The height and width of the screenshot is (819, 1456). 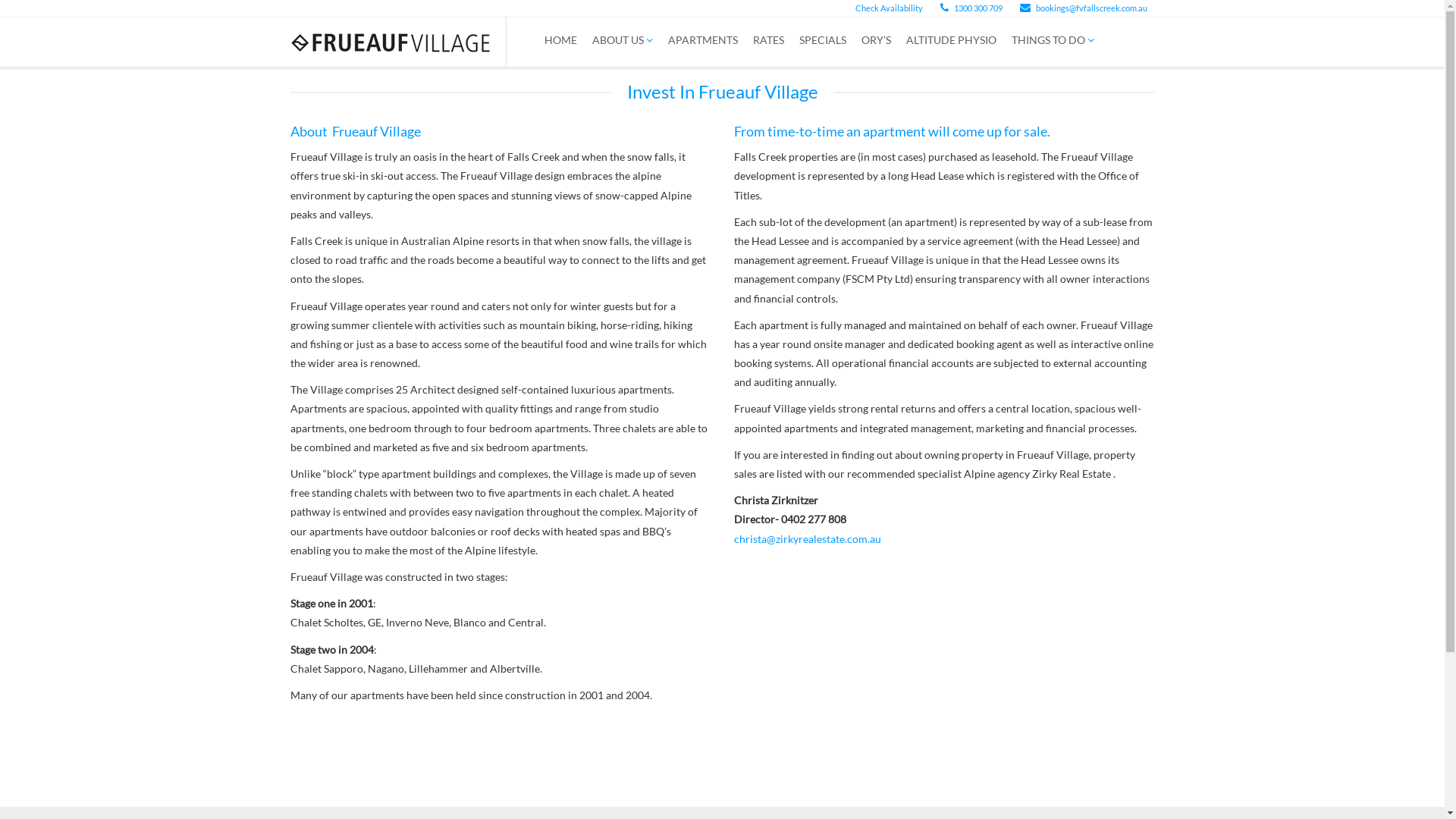 I want to click on 'christa@zirkyrealestate.com.au', so click(x=807, y=538).